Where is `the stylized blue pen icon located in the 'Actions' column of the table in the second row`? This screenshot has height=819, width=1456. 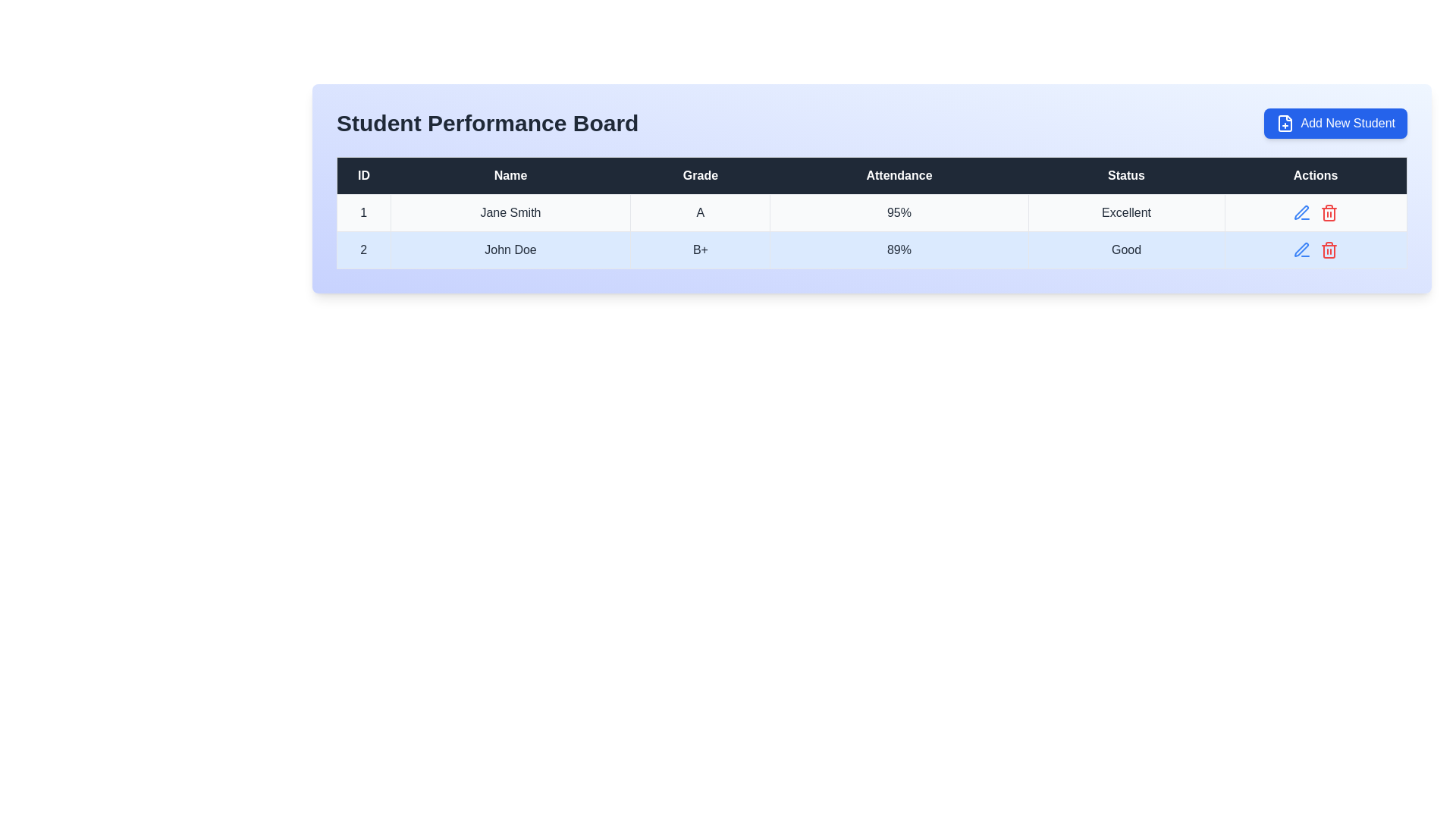
the stylized blue pen icon located in the 'Actions' column of the table in the second row is located at coordinates (1301, 212).